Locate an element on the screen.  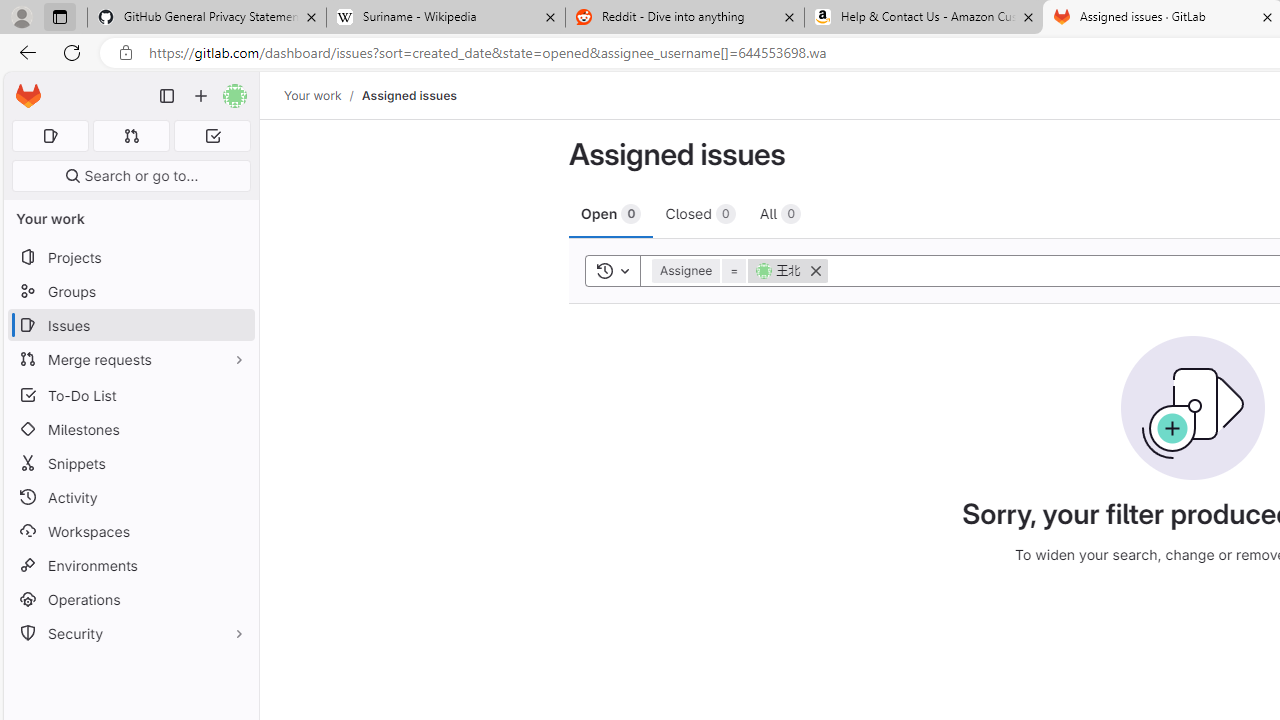
'Assigned issues' is located at coordinates (407, 95).